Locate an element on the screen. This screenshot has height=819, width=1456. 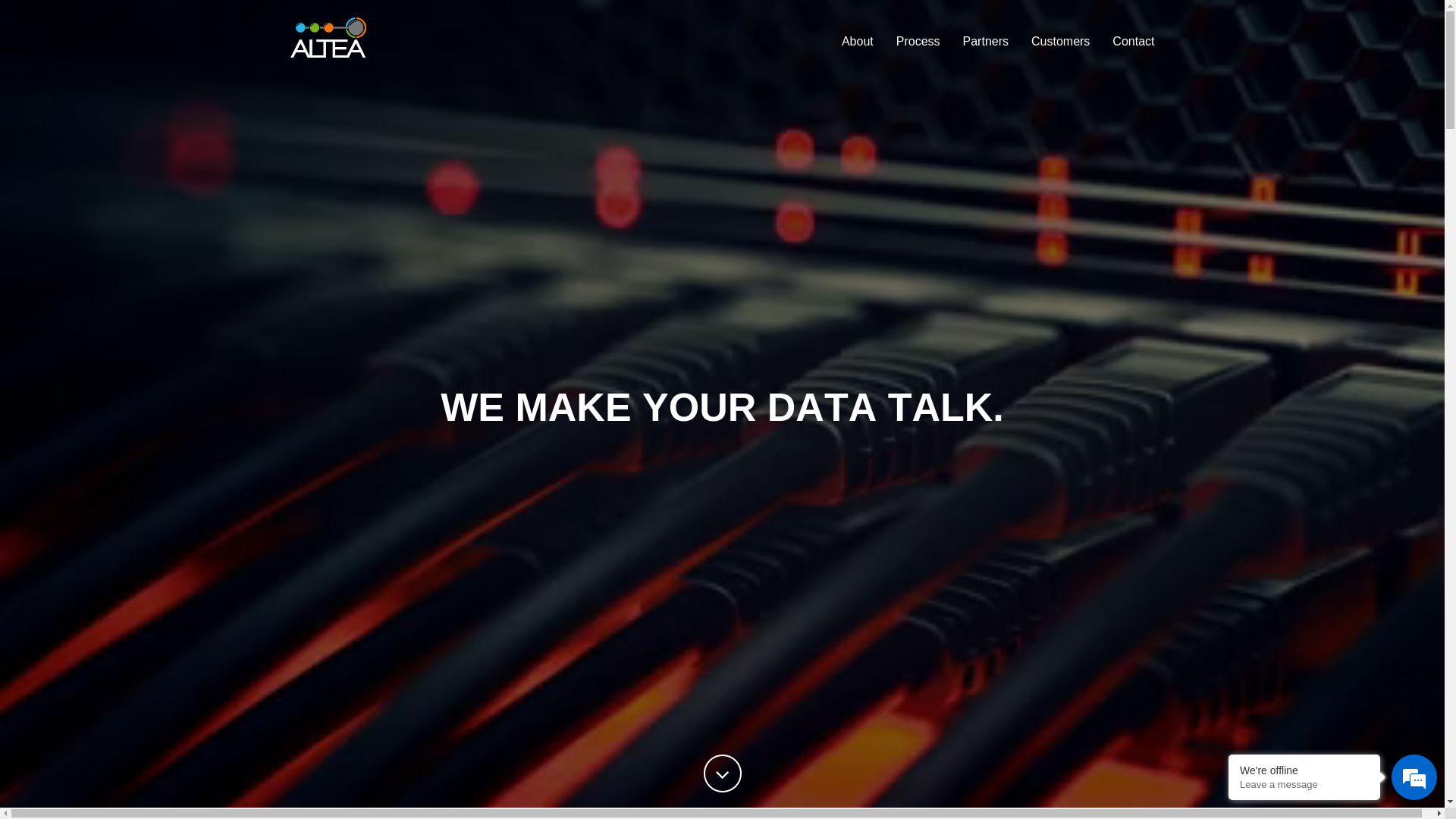
'Contact' is located at coordinates (1100, 40).